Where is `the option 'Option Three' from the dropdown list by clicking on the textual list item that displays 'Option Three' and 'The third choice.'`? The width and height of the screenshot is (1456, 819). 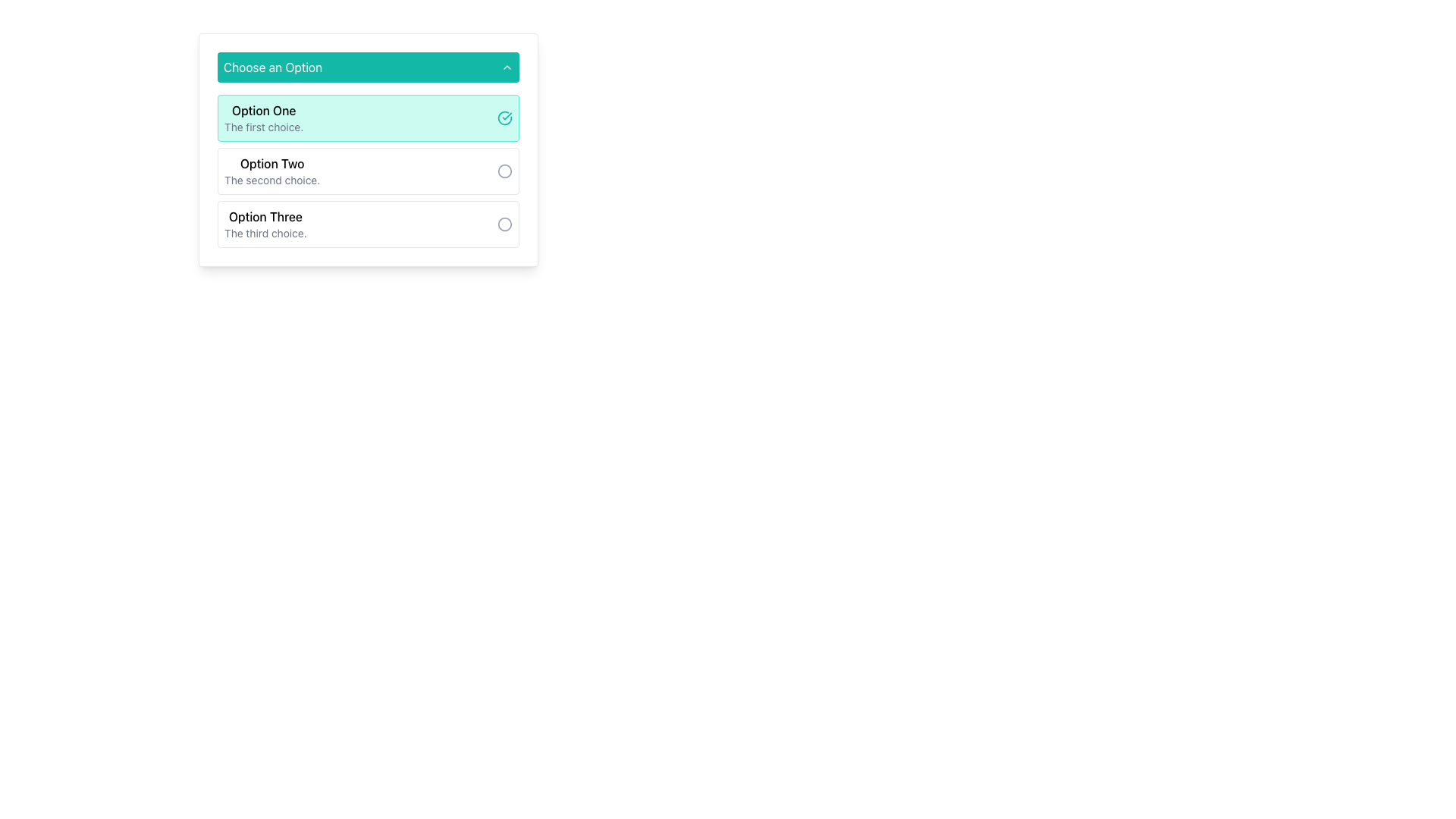 the option 'Option Three' from the dropdown list by clicking on the textual list item that displays 'Option Three' and 'The third choice.' is located at coordinates (265, 224).